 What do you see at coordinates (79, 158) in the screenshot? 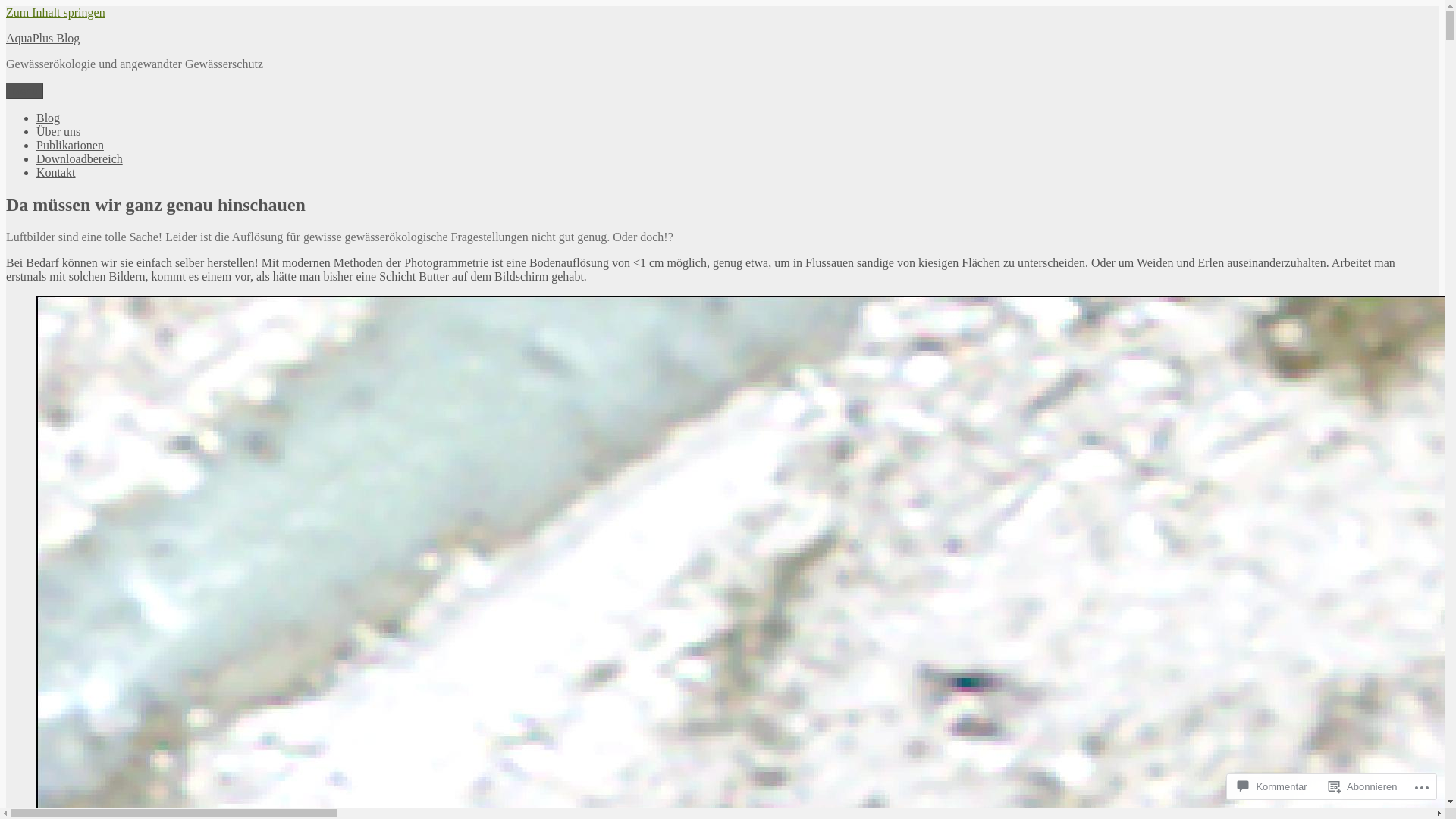
I see `'Downloadbereich'` at bounding box center [79, 158].